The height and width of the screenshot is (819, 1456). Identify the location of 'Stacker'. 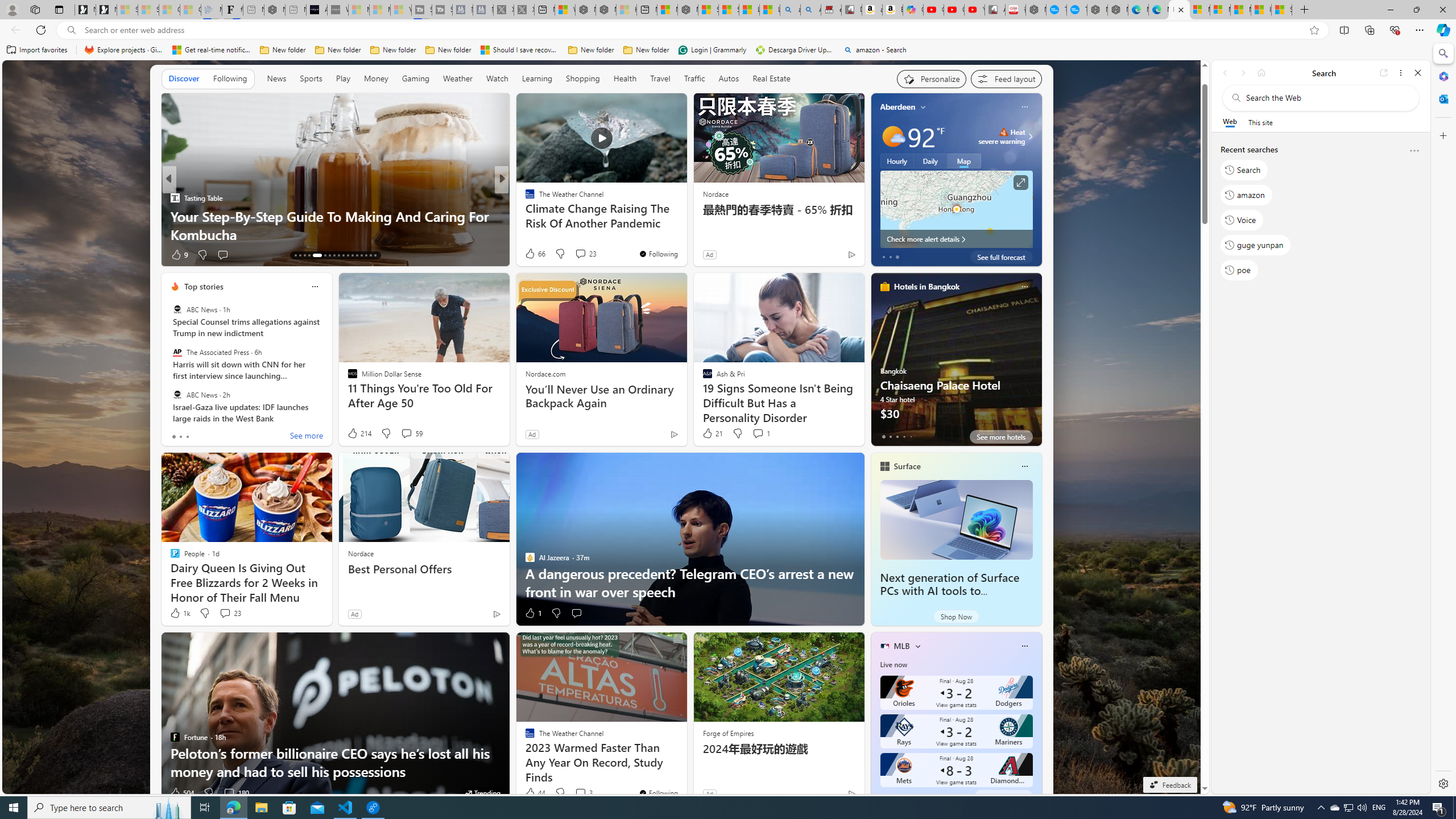
(524, 197).